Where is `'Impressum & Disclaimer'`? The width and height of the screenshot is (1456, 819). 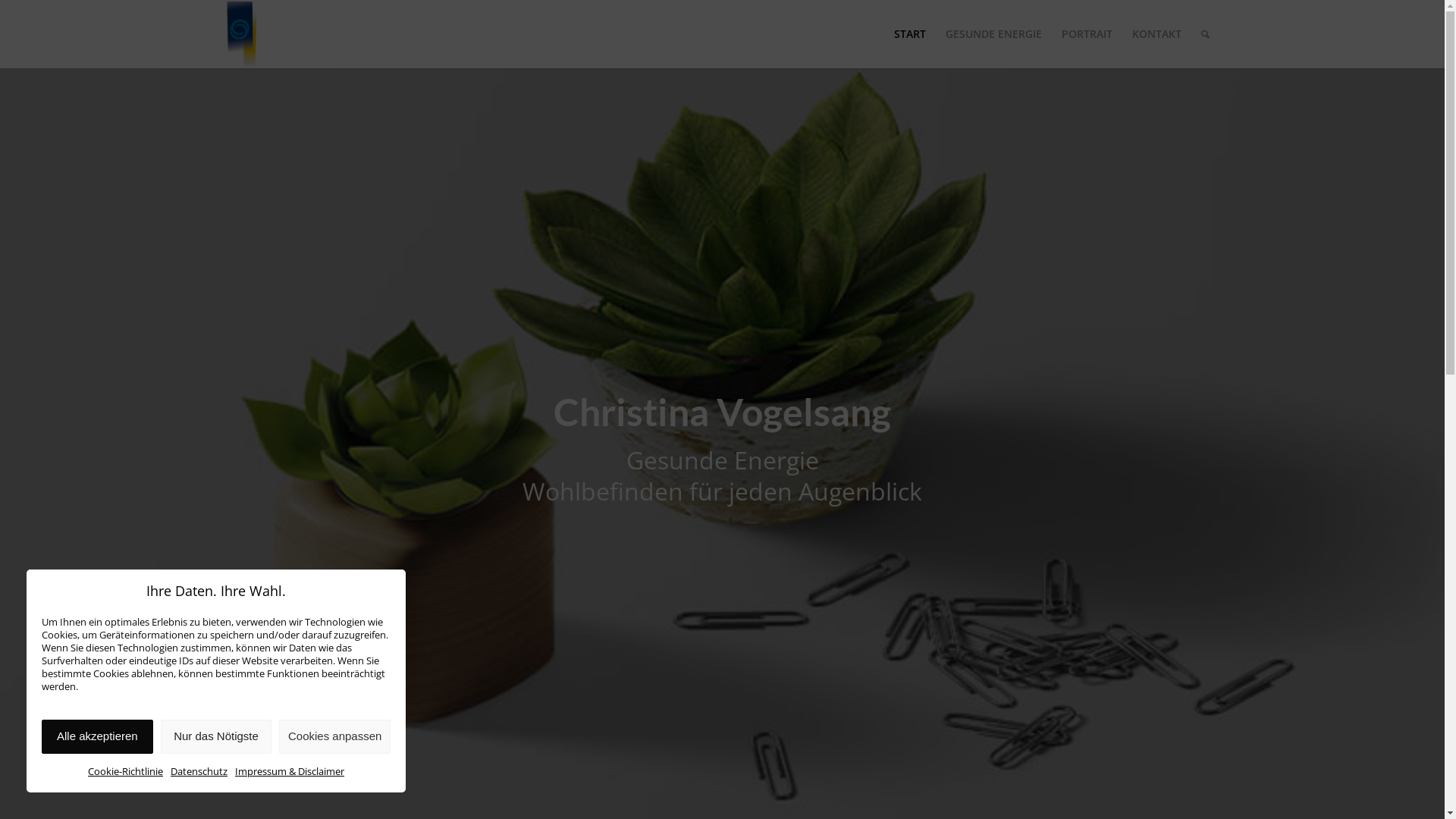
'Impressum & Disclaimer' is located at coordinates (234, 771).